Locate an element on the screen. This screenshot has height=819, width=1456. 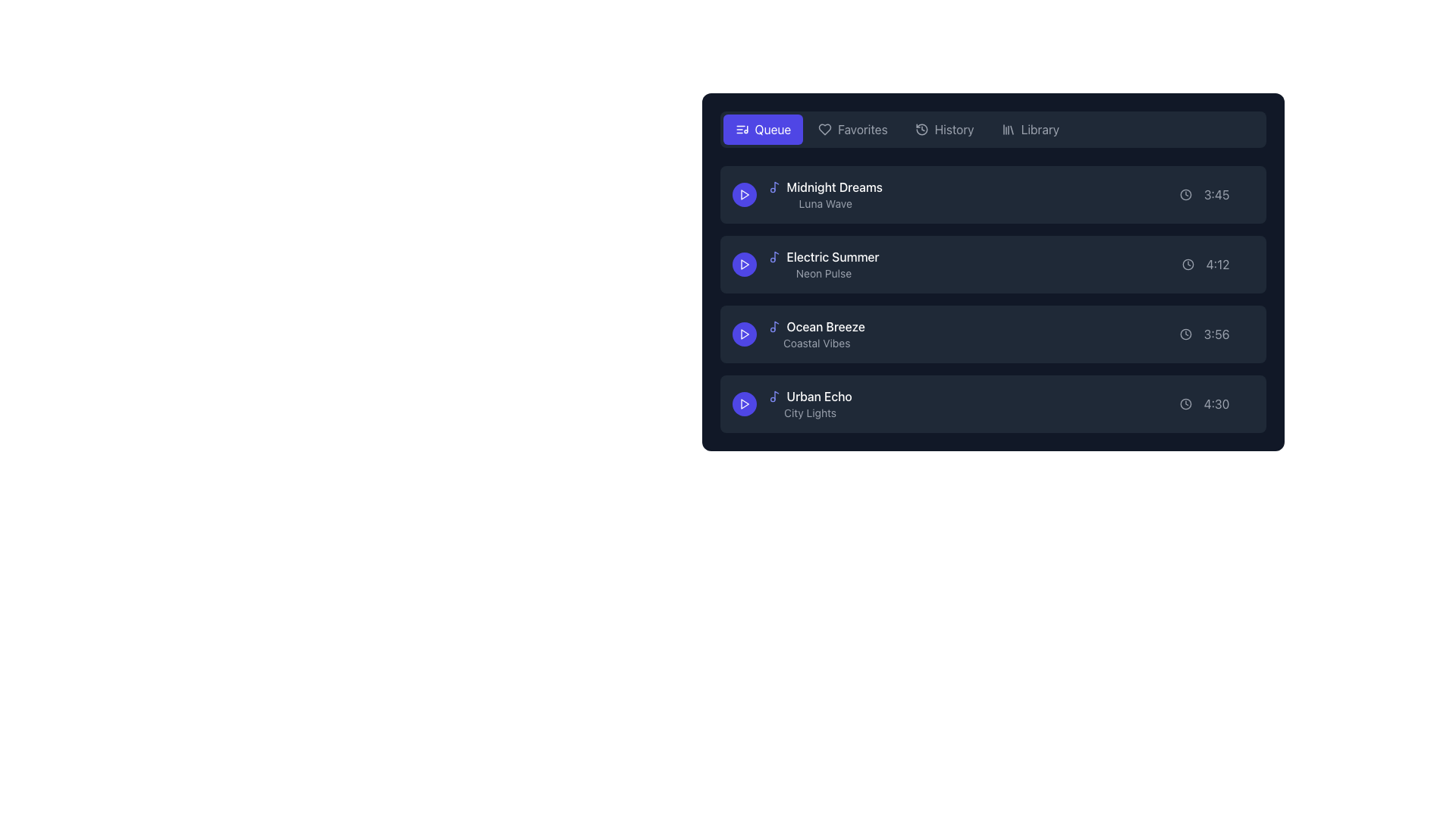
the text label that indicates the duration of the track listed in the second row, located in front of a clock icon on the right-hand side is located at coordinates (1218, 263).